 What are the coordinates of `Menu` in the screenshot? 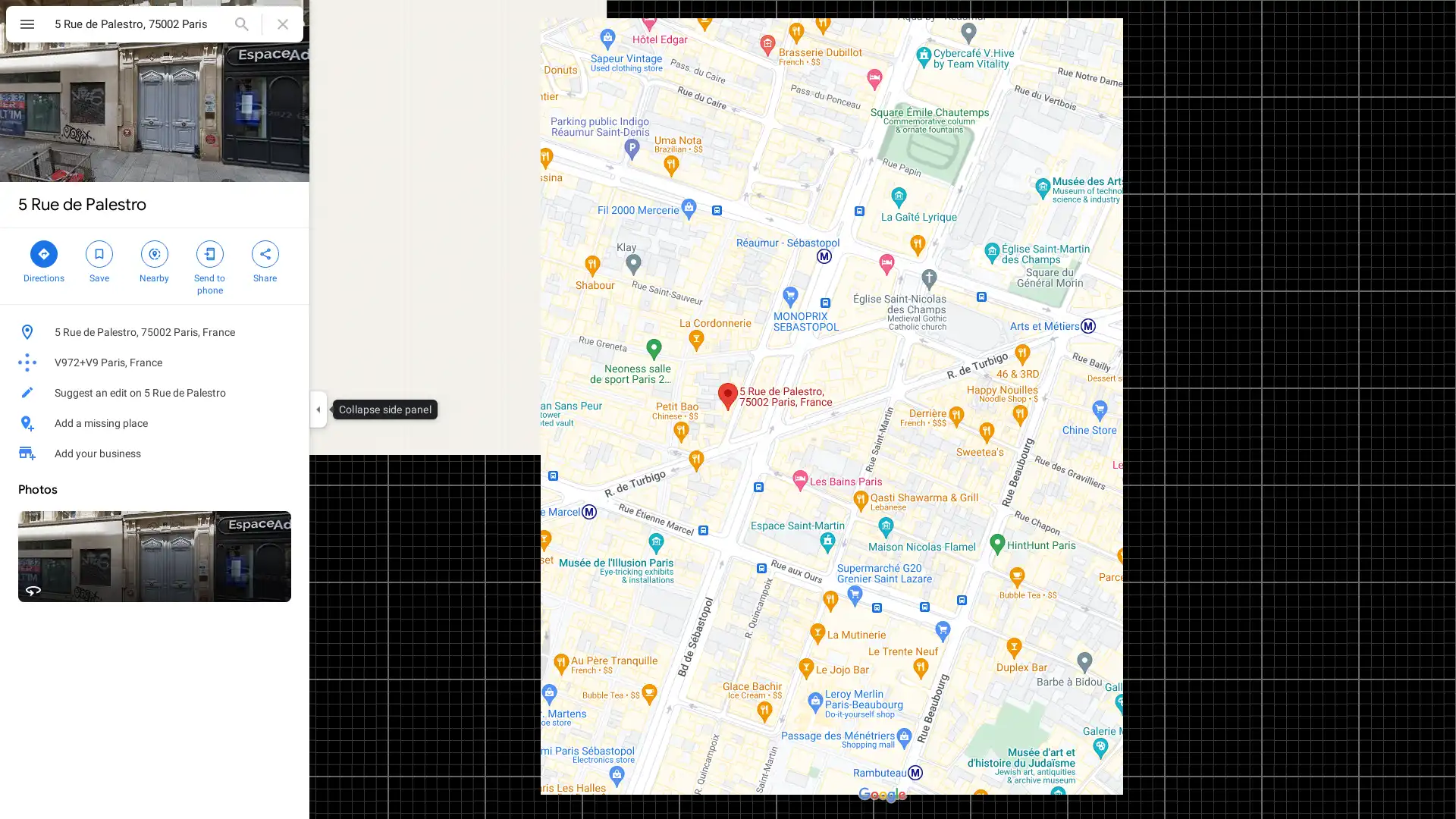 It's located at (27, 26).